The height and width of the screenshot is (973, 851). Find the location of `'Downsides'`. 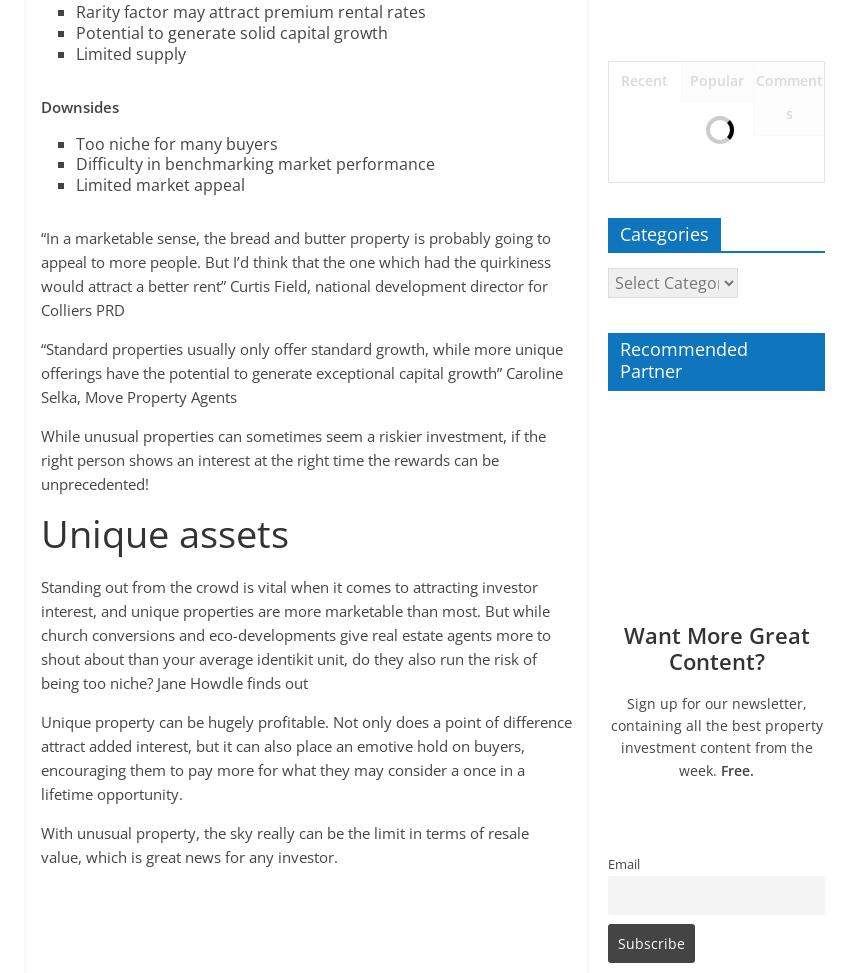

'Downsides' is located at coordinates (77, 104).